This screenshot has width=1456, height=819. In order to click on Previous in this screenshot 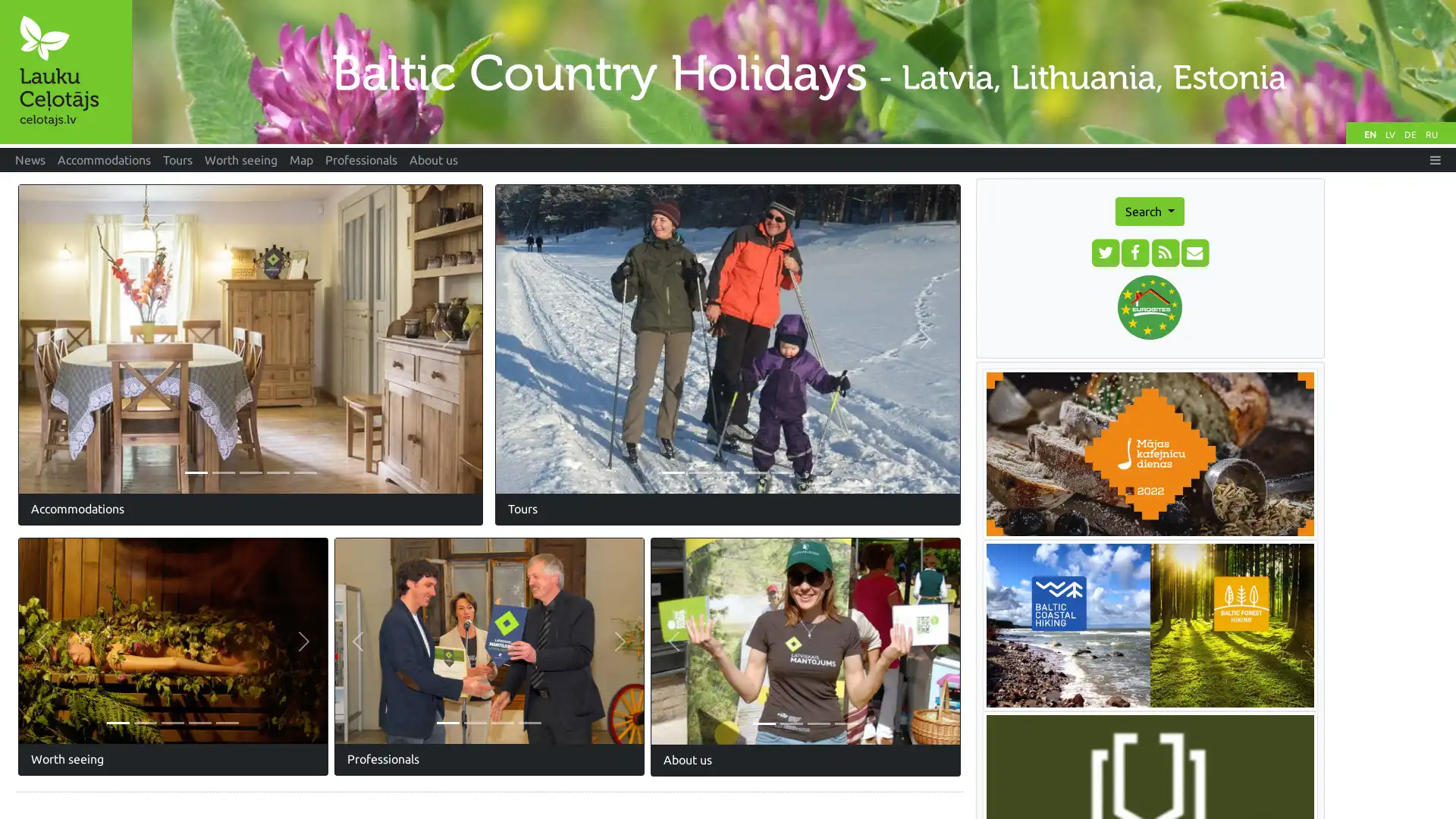, I will do `click(531, 338)`.